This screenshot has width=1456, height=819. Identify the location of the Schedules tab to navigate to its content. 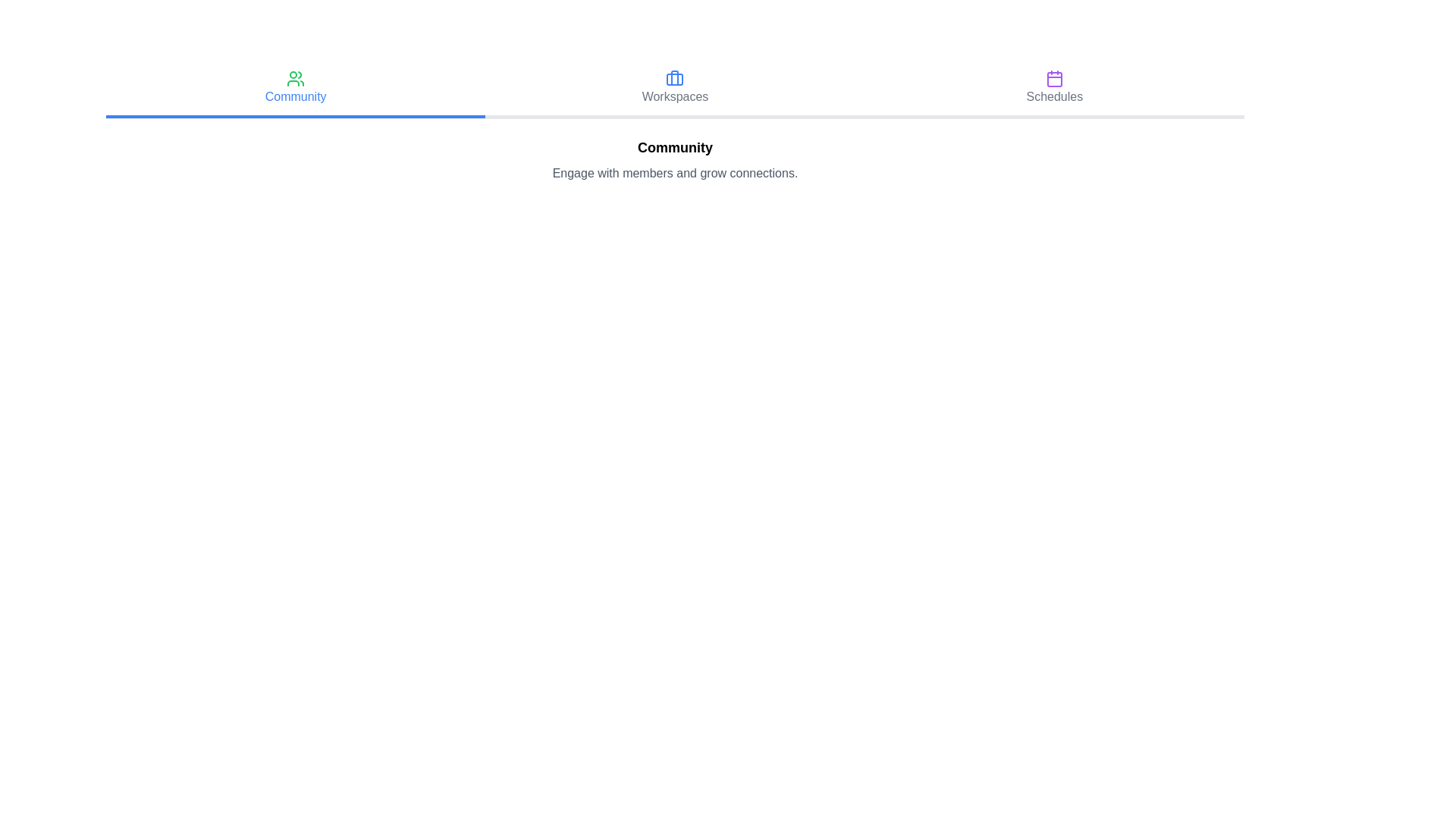
(1053, 89).